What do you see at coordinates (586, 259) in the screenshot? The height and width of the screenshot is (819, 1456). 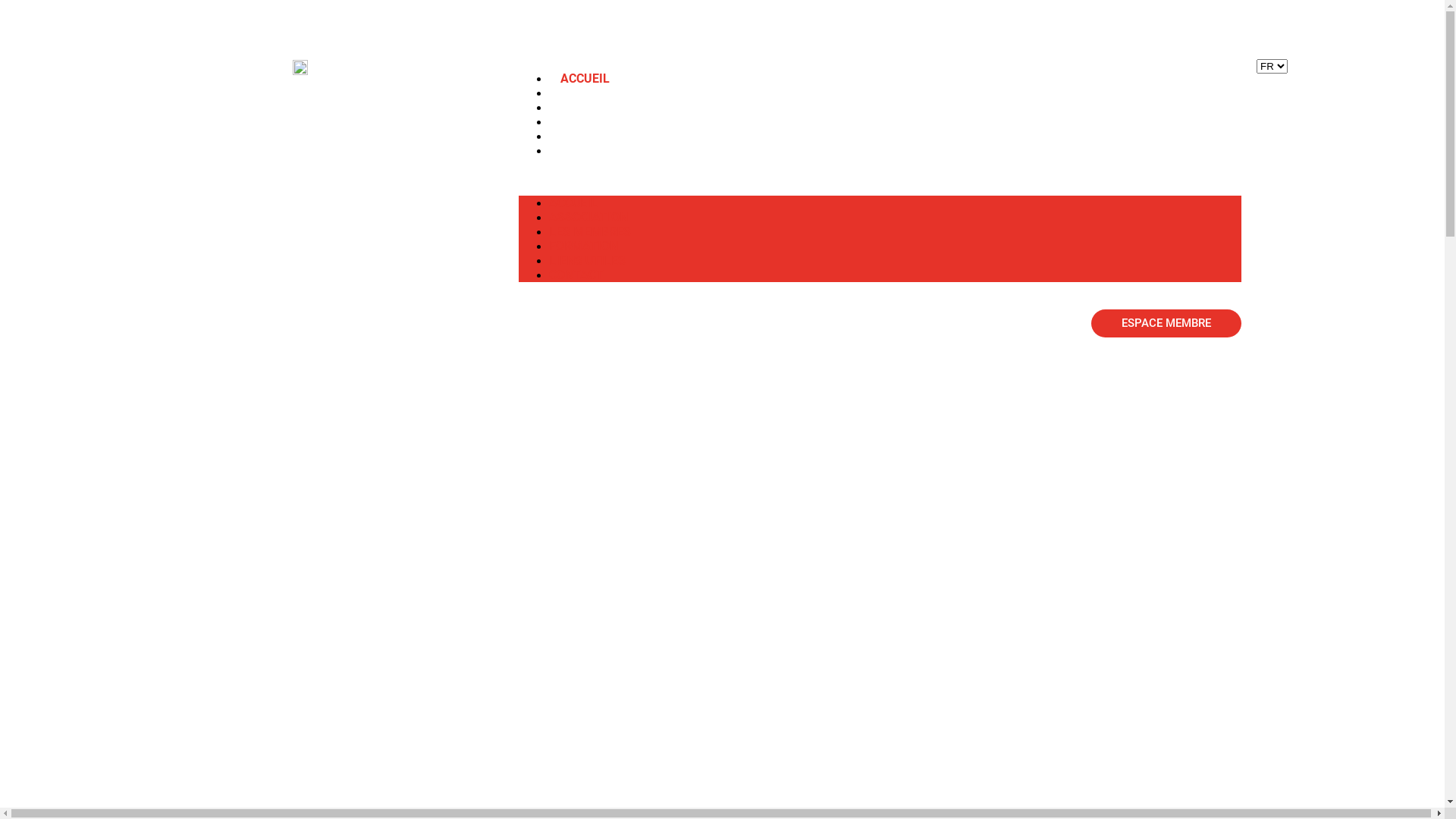 I see `'LIENS UTILES'` at bounding box center [586, 259].